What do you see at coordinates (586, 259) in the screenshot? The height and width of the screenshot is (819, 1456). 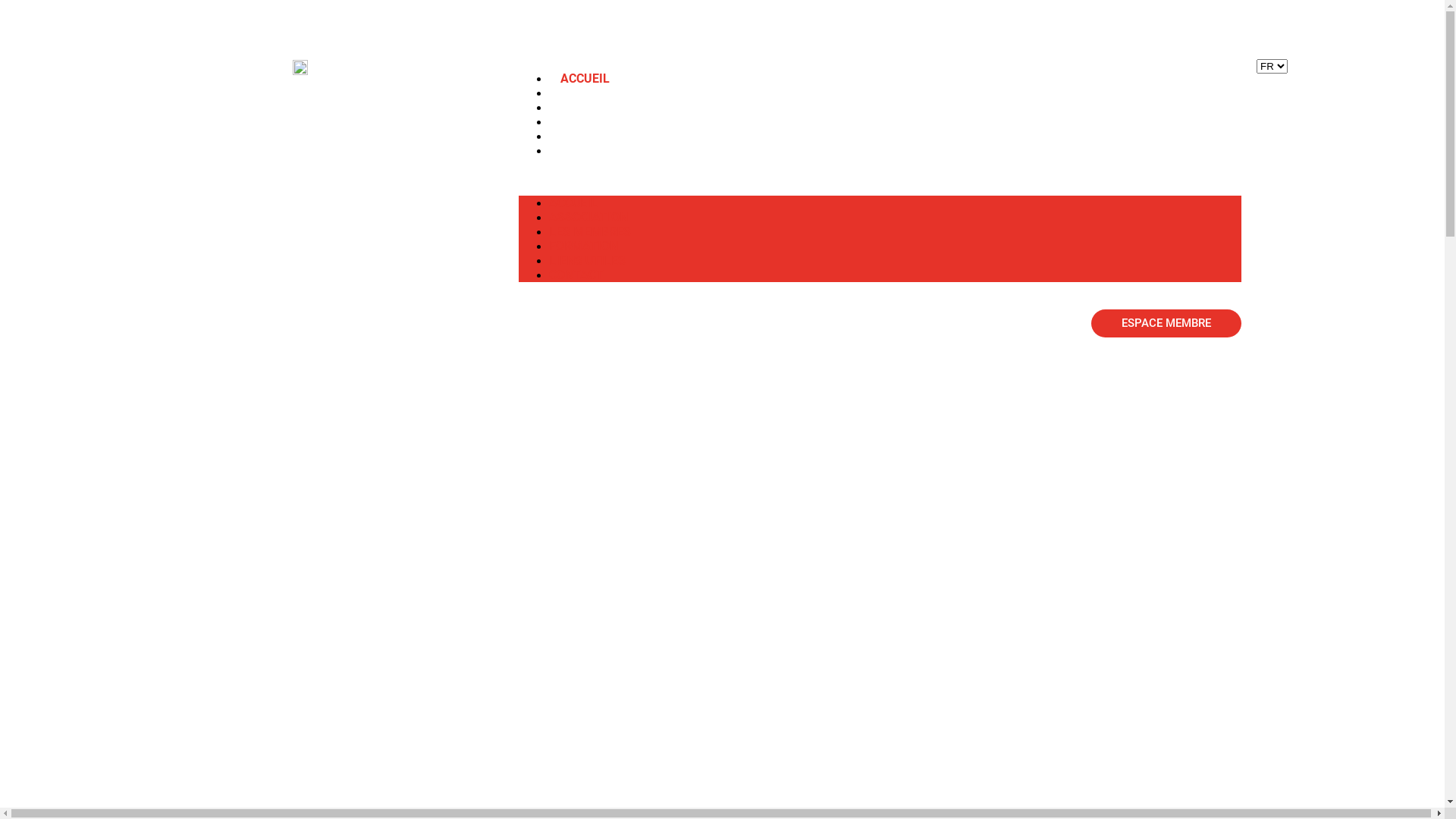 I see `'LIENS UTILES'` at bounding box center [586, 259].